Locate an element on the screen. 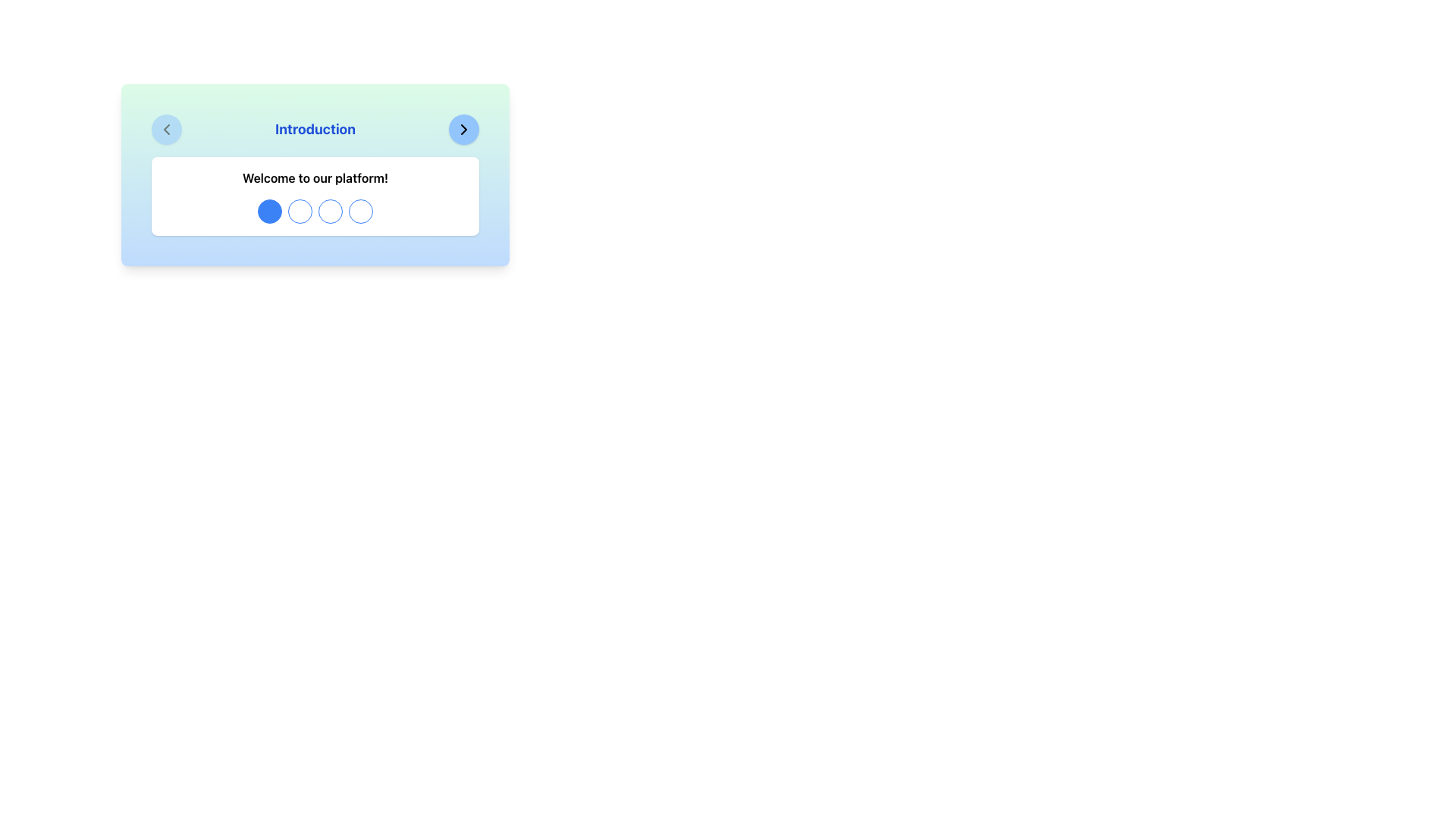 The width and height of the screenshot is (1456, 819). the circular button with a white background and blue border, which is the third in a set of four similar icons, to get more information is located at coordinates (330, 211).